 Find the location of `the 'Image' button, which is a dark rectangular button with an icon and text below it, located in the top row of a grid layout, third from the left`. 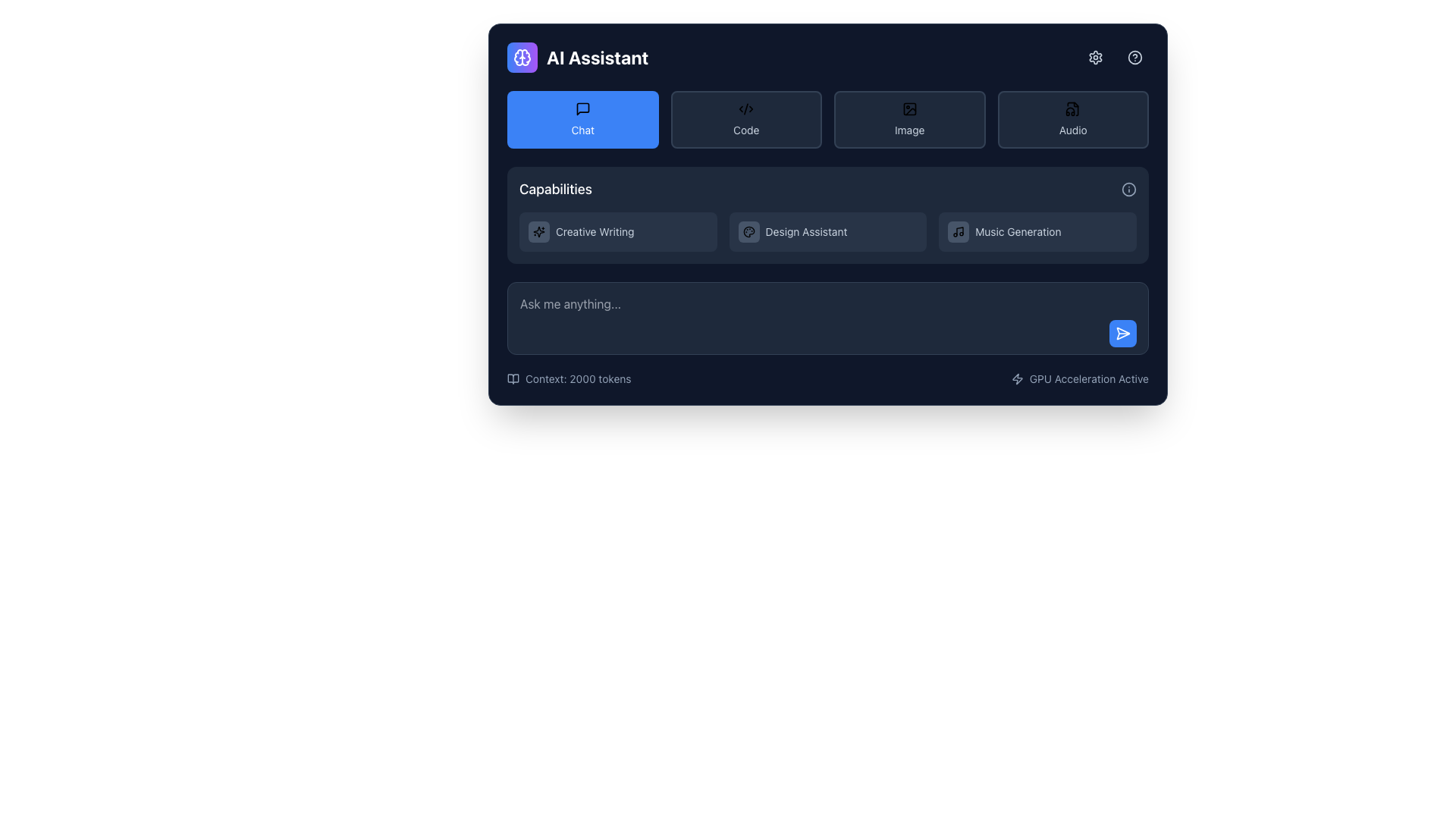

the 'Image' button, which is a dark rectangular button with an icon and text below it, located in the top row of a grid layout, third from the left is located at coordinates (909, 119).